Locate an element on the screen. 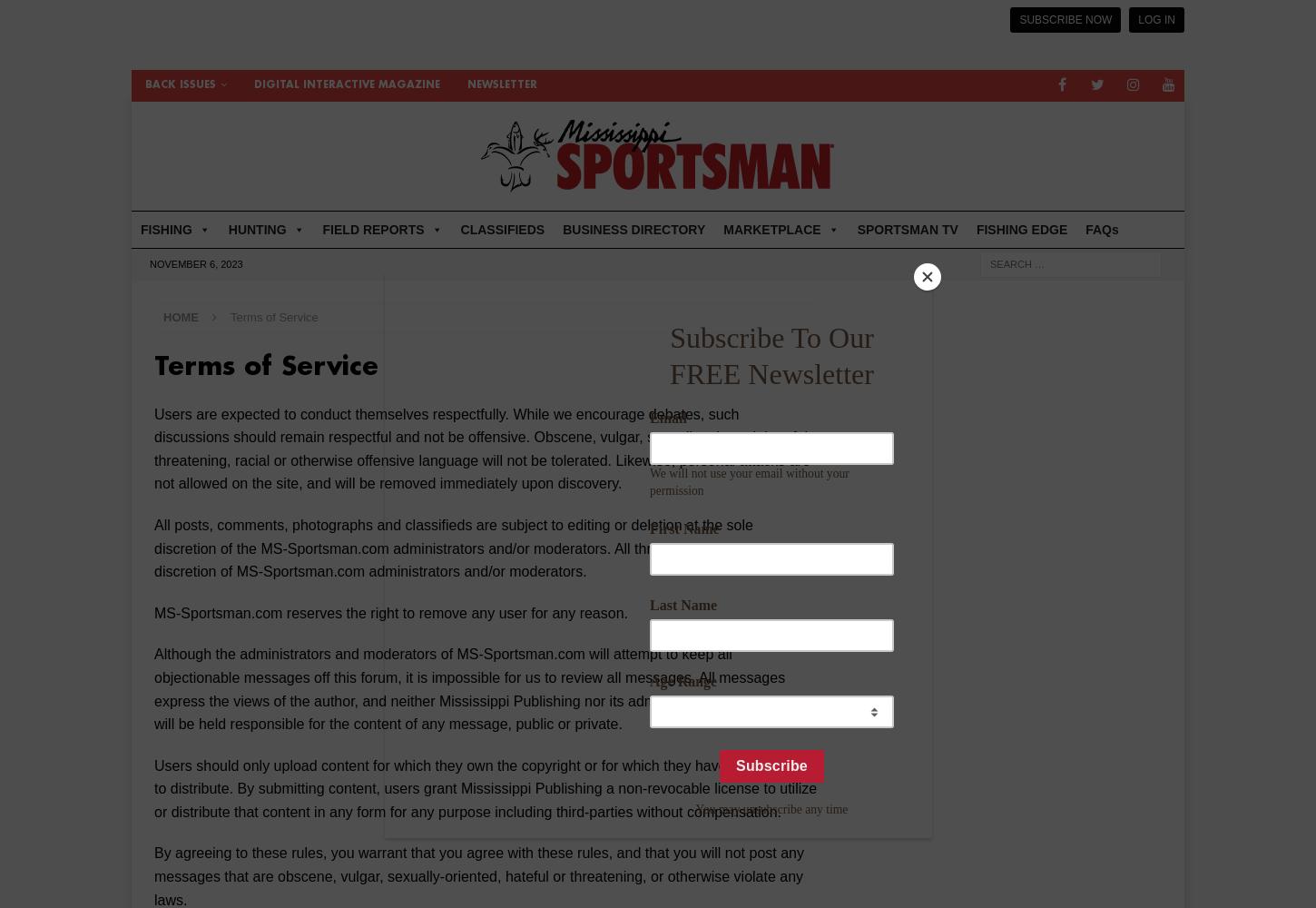  'SPORTSMAN TV' is located at coordinates (907, 230).